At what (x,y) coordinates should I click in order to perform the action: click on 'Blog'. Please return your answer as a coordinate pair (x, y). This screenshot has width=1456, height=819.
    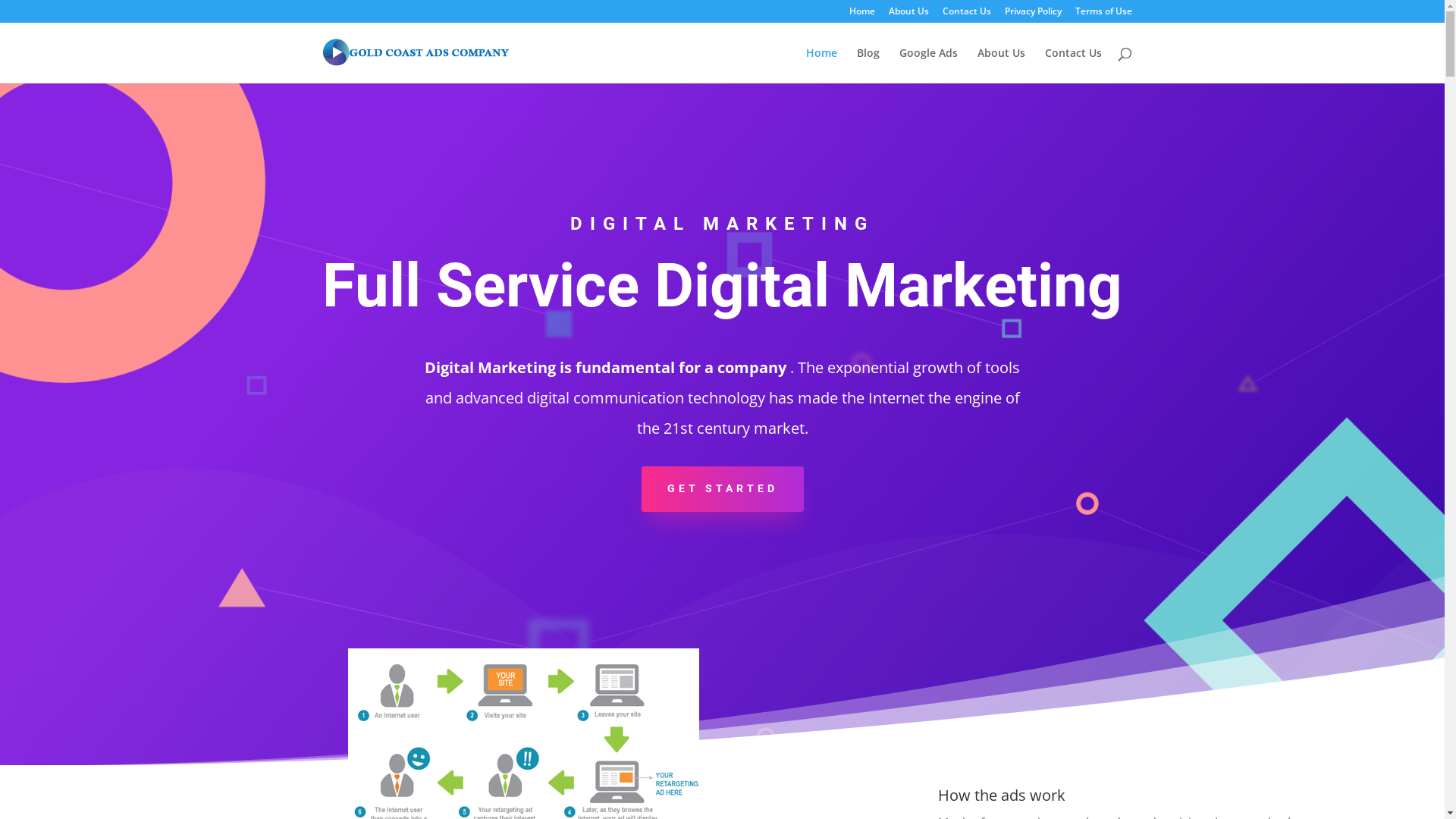
    Looking at the image, I should click on (868, 64).